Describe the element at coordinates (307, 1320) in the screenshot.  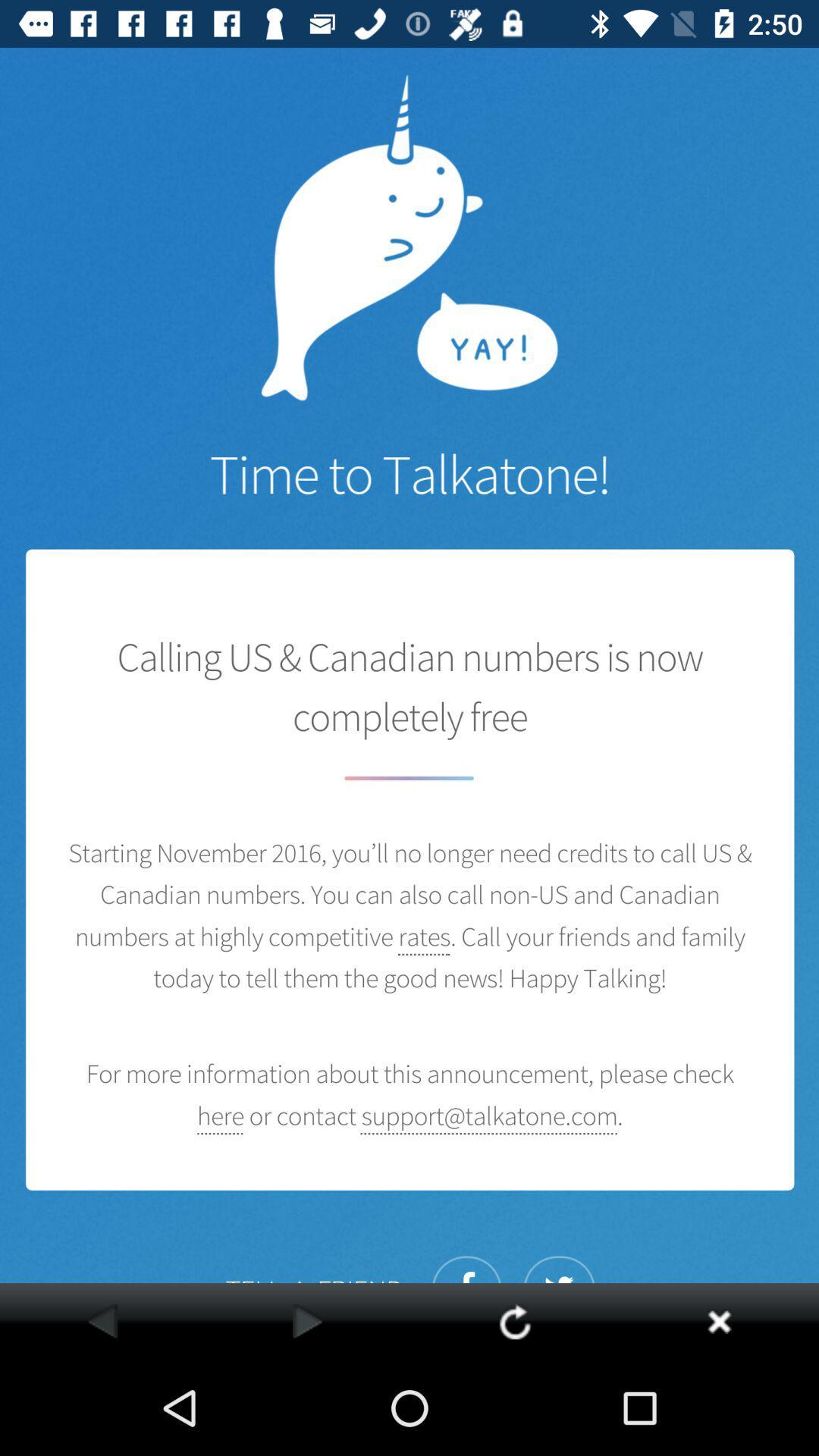
I see `next` at that location.